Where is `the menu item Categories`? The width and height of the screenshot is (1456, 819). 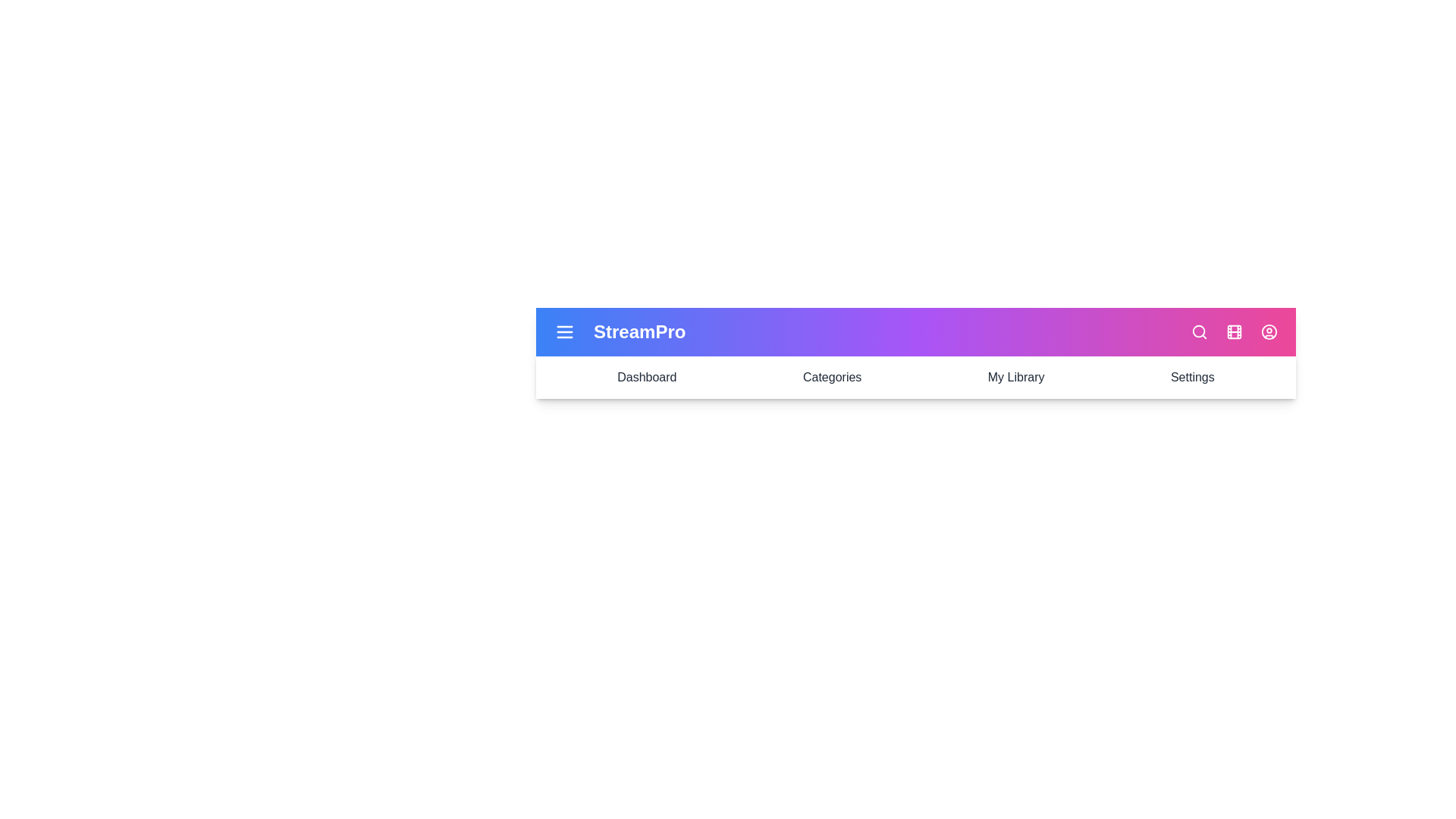
the menu item Categories is located at coordinates (831, 376).